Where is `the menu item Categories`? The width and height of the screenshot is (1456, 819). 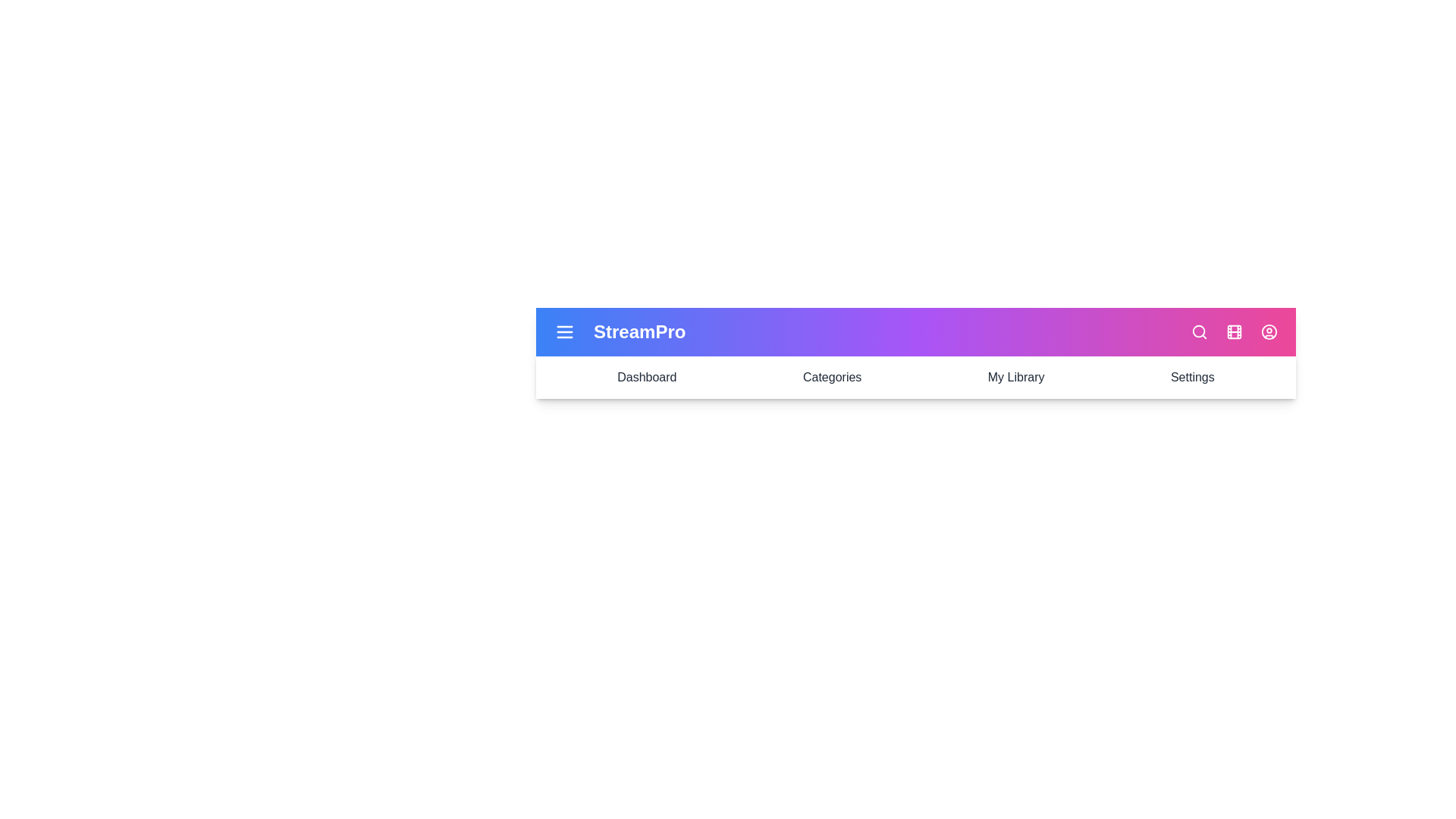
the menu item Categories is located at coordinates (831, 376).